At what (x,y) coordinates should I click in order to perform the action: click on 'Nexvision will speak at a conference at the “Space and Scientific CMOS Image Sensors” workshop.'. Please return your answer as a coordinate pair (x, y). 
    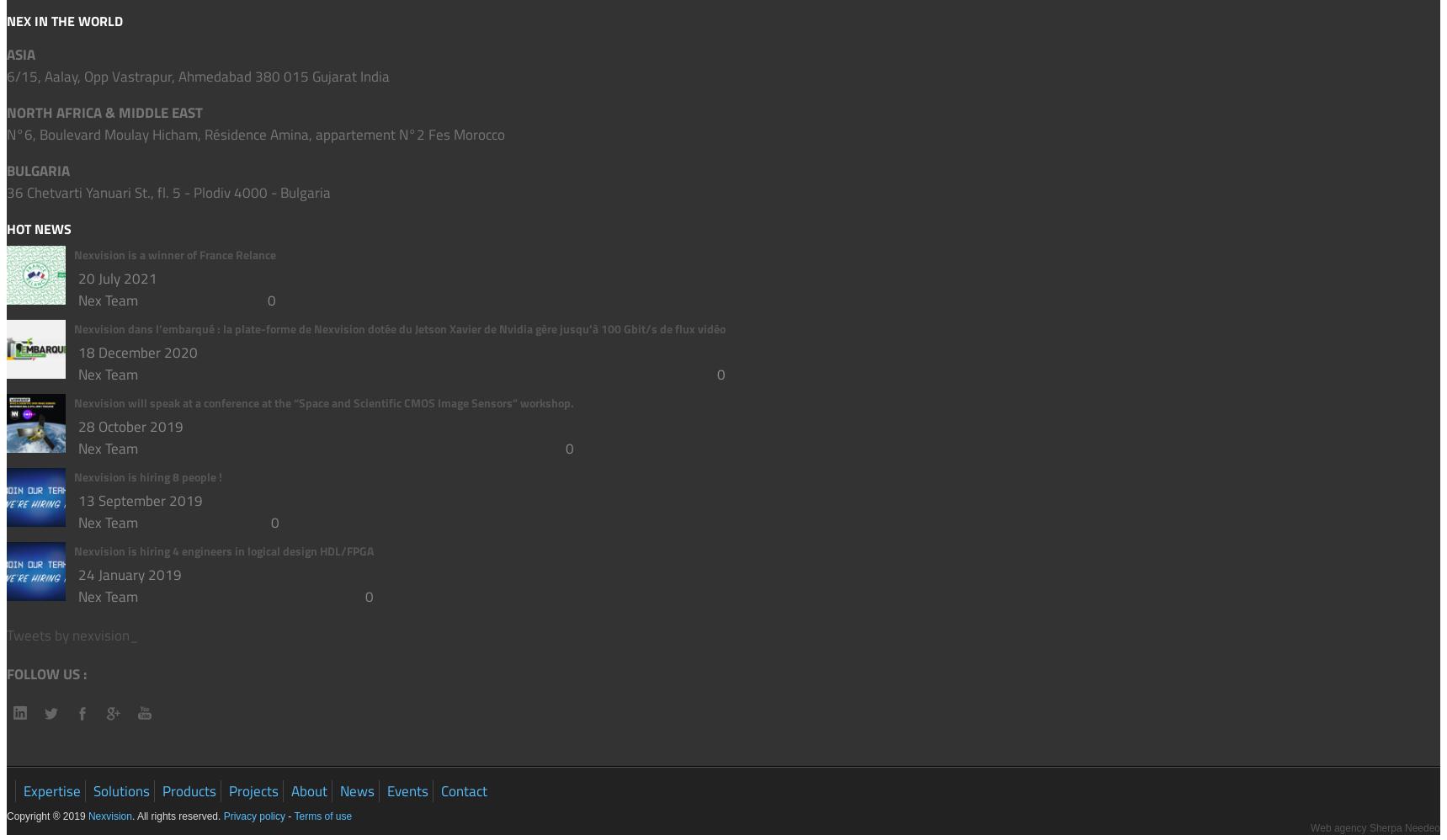
    Looking at the image, I should click on (323, 401).